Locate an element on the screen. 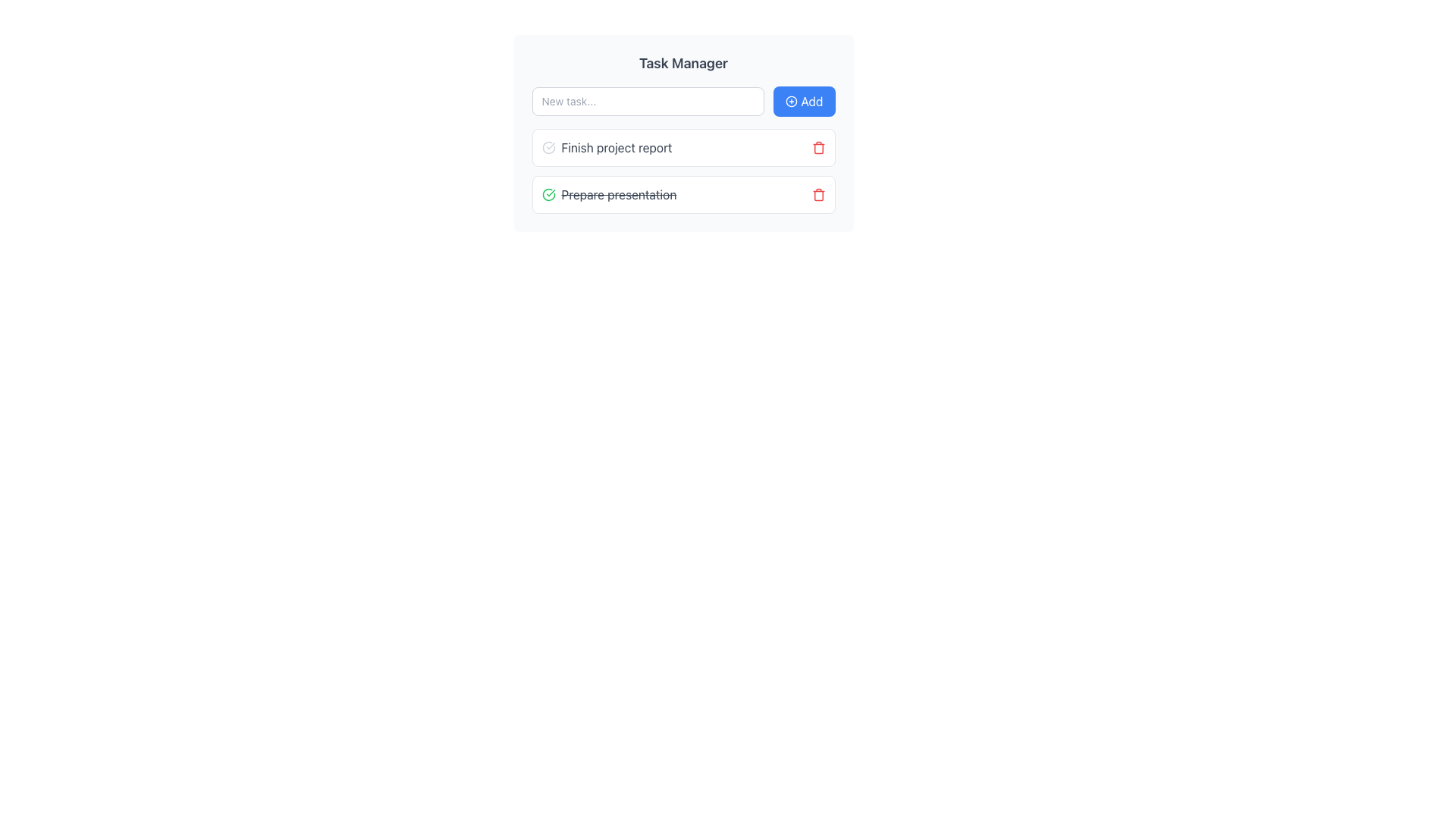  the circular check icon styled in light gray, located to the left of the text 'Finish project report' is located at coordinates (548, 148).